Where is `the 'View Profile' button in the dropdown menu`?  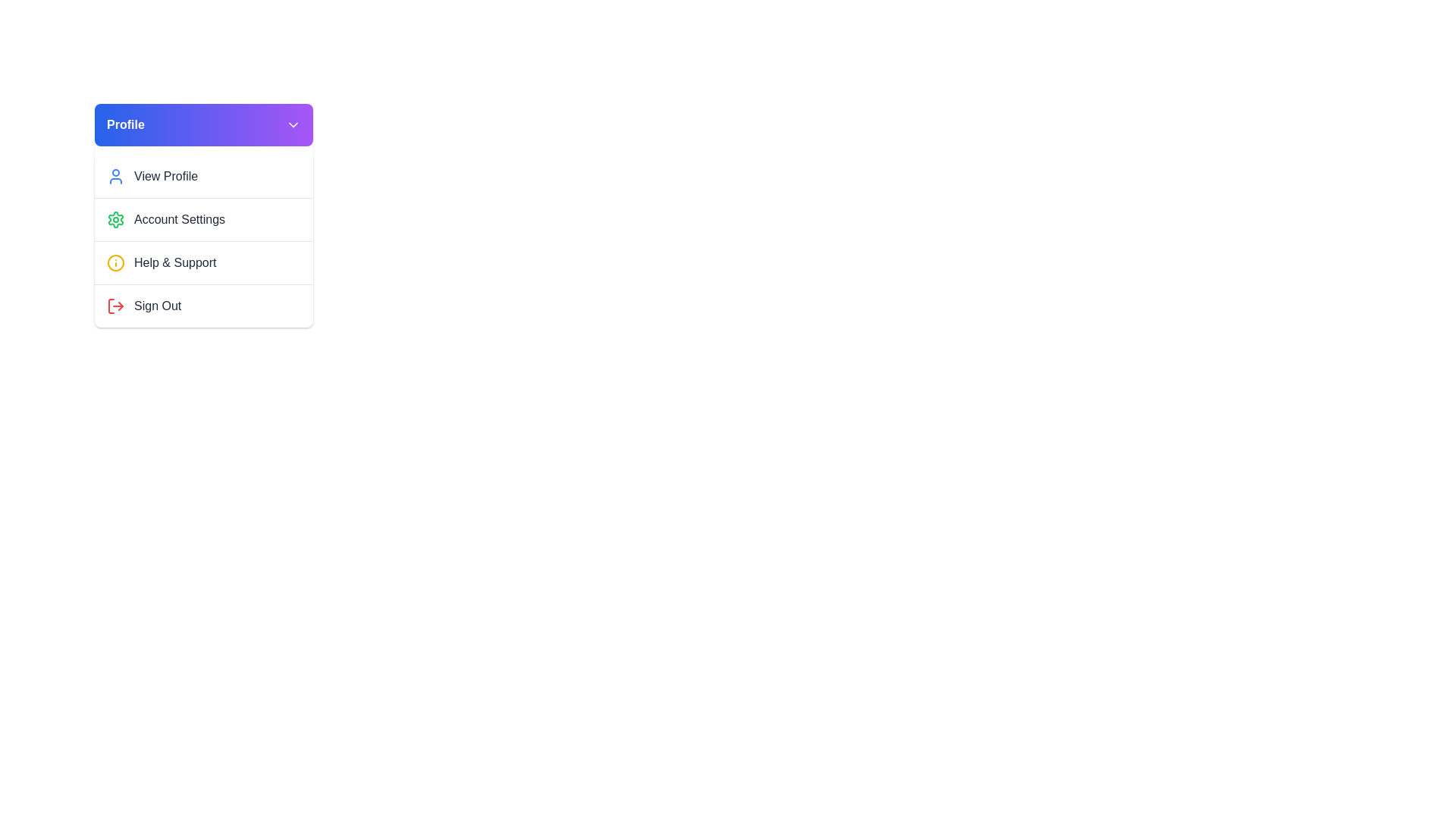 the 'View Profile' button in the dropdown menu is located at coordinates (202, 175).